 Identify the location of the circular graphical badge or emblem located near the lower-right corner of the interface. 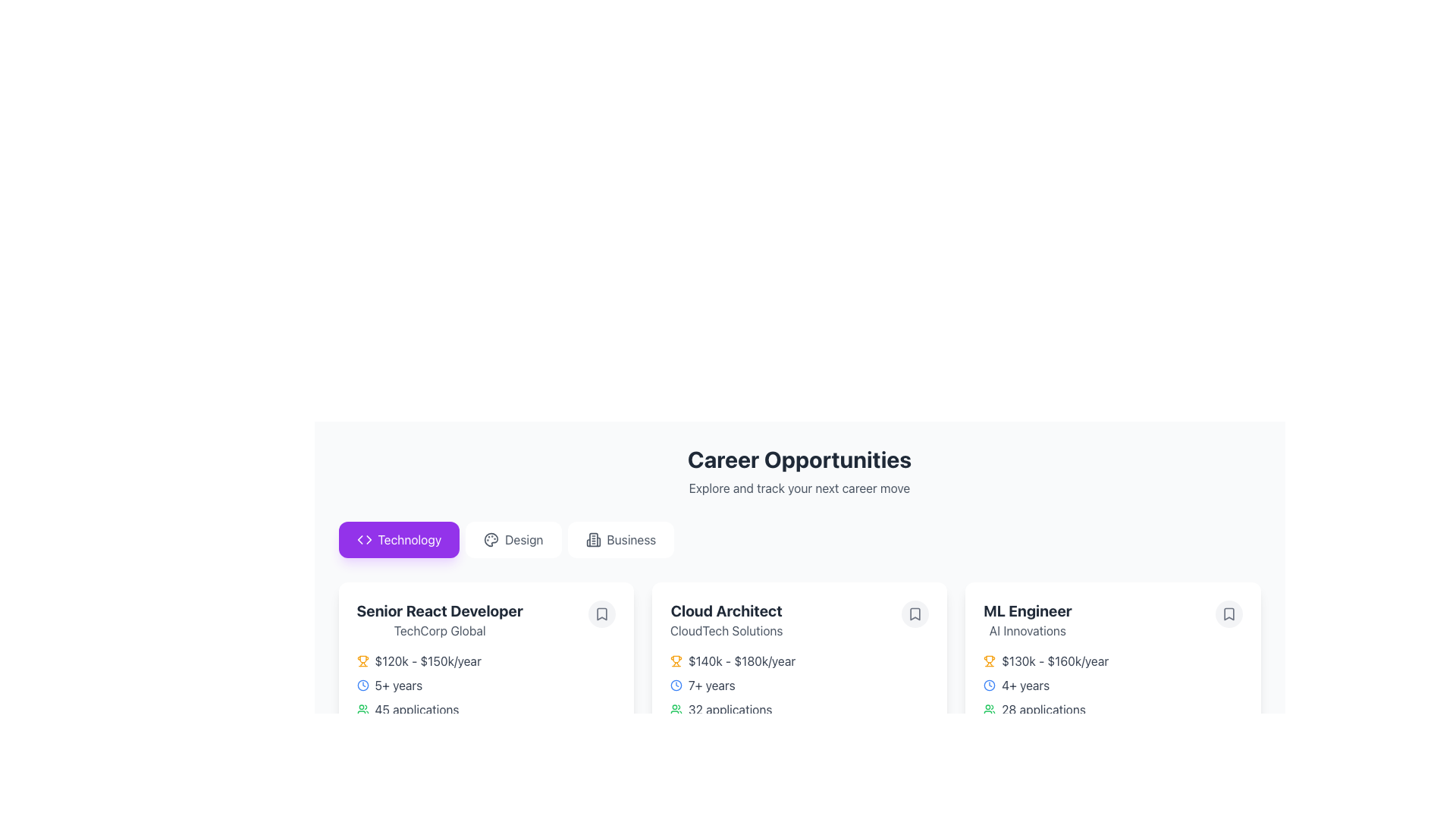
(990, 772).